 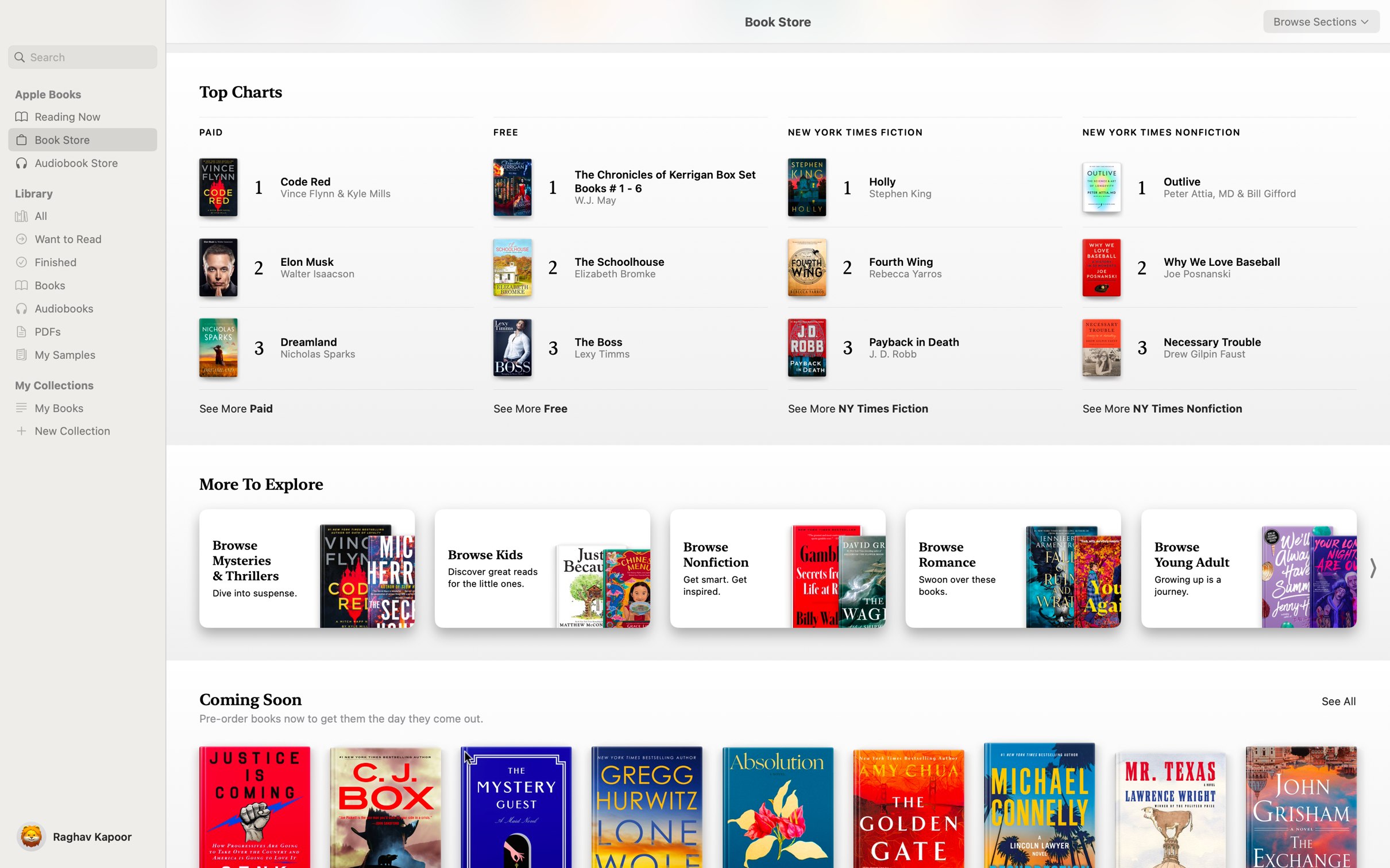 What do you see at coordinates (306, 568) in the screenshot?
I see `"Mystery Books" in the "More to Explore" section` at bounding box center [306, 568].